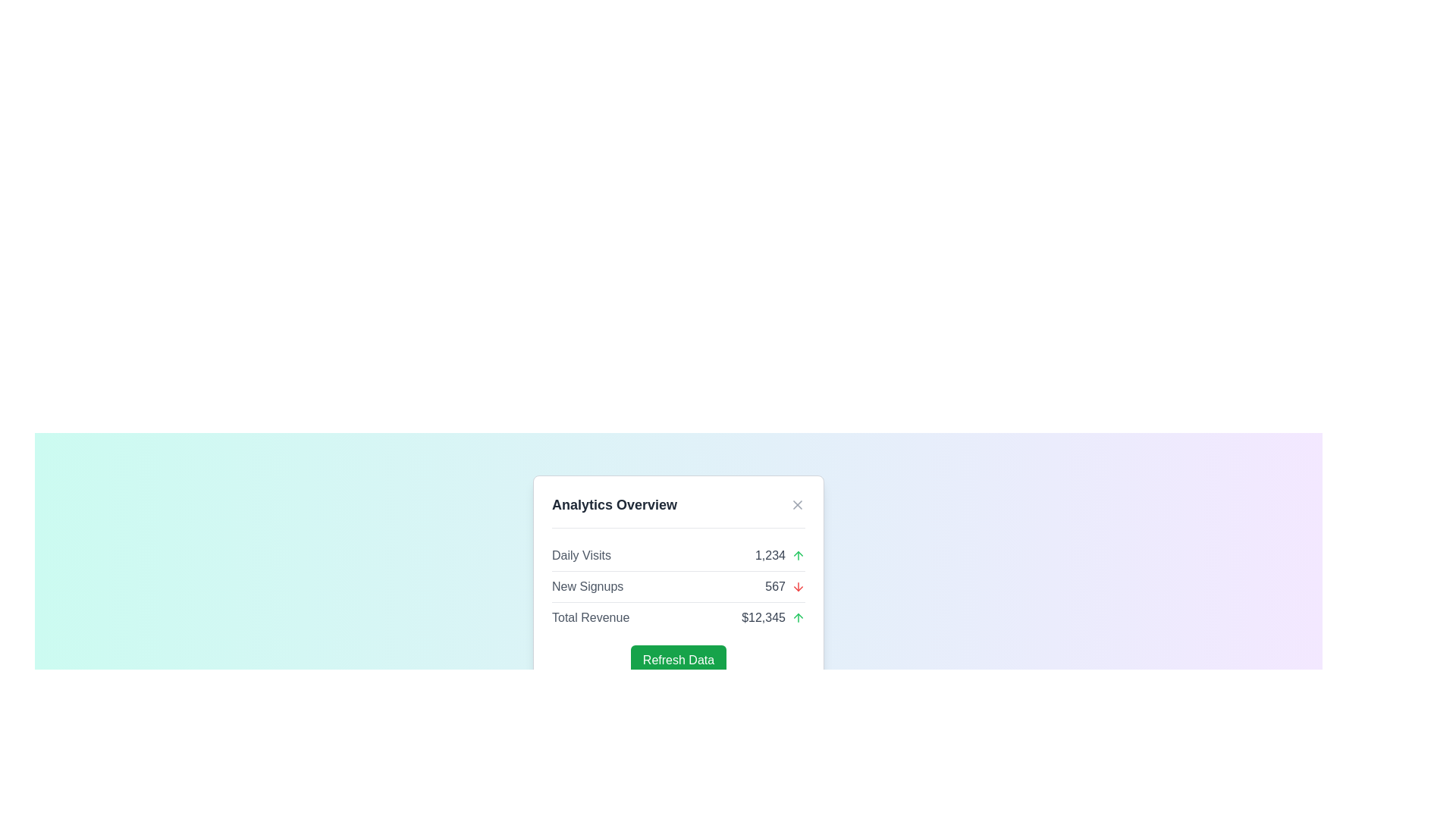 The image size is (1456, 819). Describe the element at coordinates (614, 505) in the screenshot. I see `the 'Analytics Overview' text label located at the top-left of the popup modal` at that location.